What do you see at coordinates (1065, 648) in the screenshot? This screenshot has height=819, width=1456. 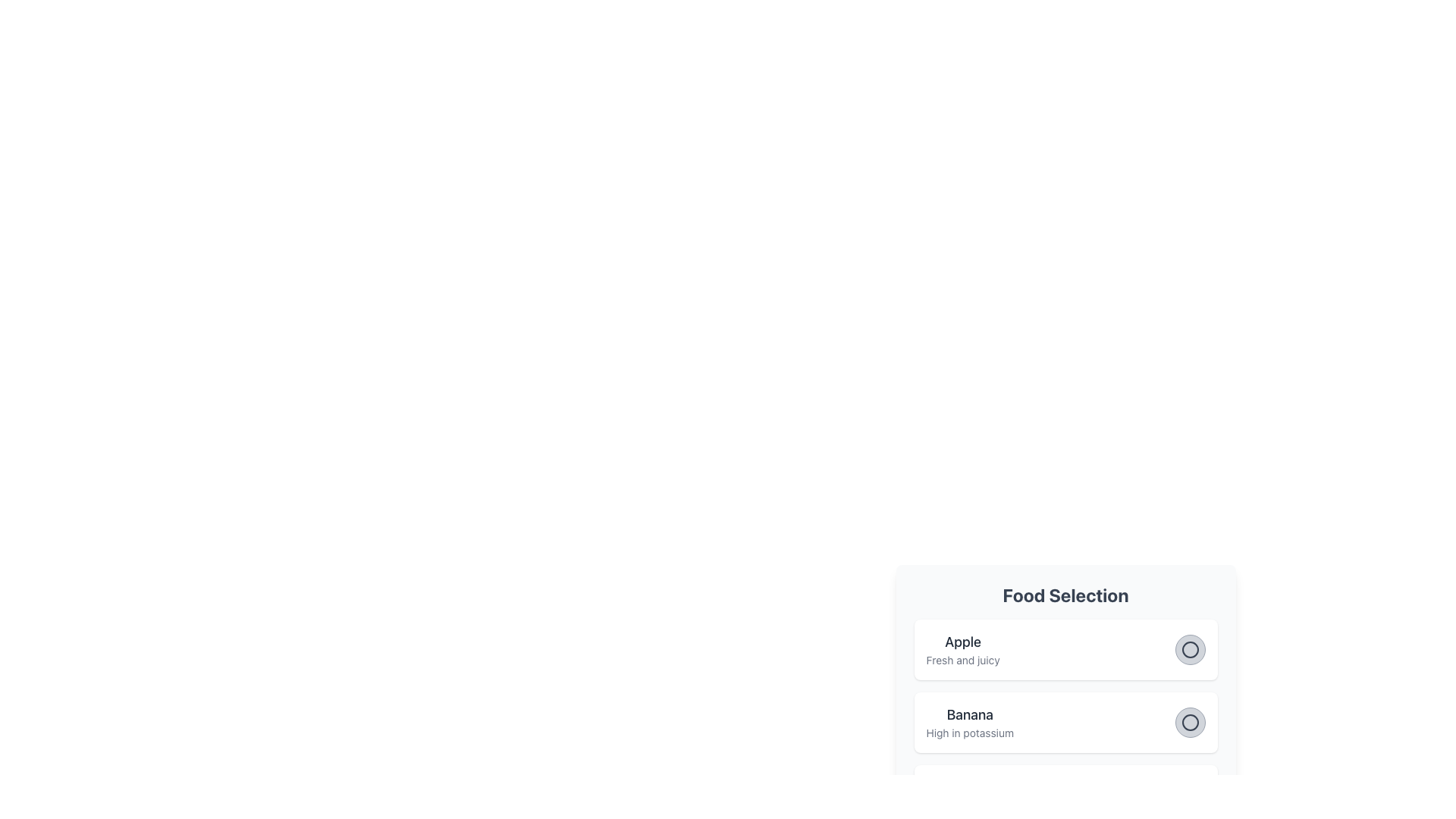 I see `the selectable item card representing 'Apple' in the 'Food Selection' list` at bounding box center [1065, 648].